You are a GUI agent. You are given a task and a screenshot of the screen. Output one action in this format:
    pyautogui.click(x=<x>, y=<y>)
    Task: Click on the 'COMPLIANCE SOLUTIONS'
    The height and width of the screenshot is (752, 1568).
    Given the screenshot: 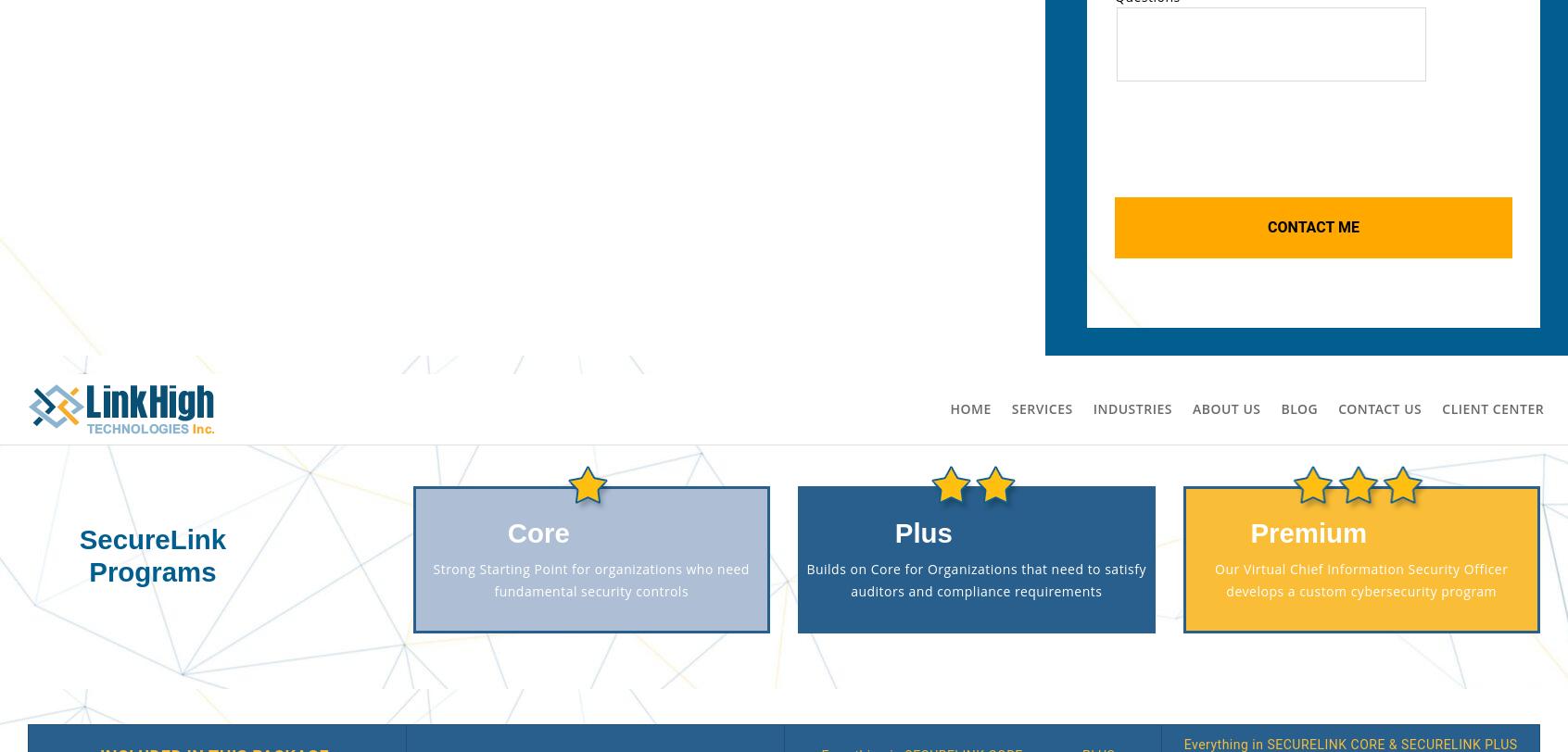 What is the action you would take?
    pyautogui.click(x=269, y=503)
    